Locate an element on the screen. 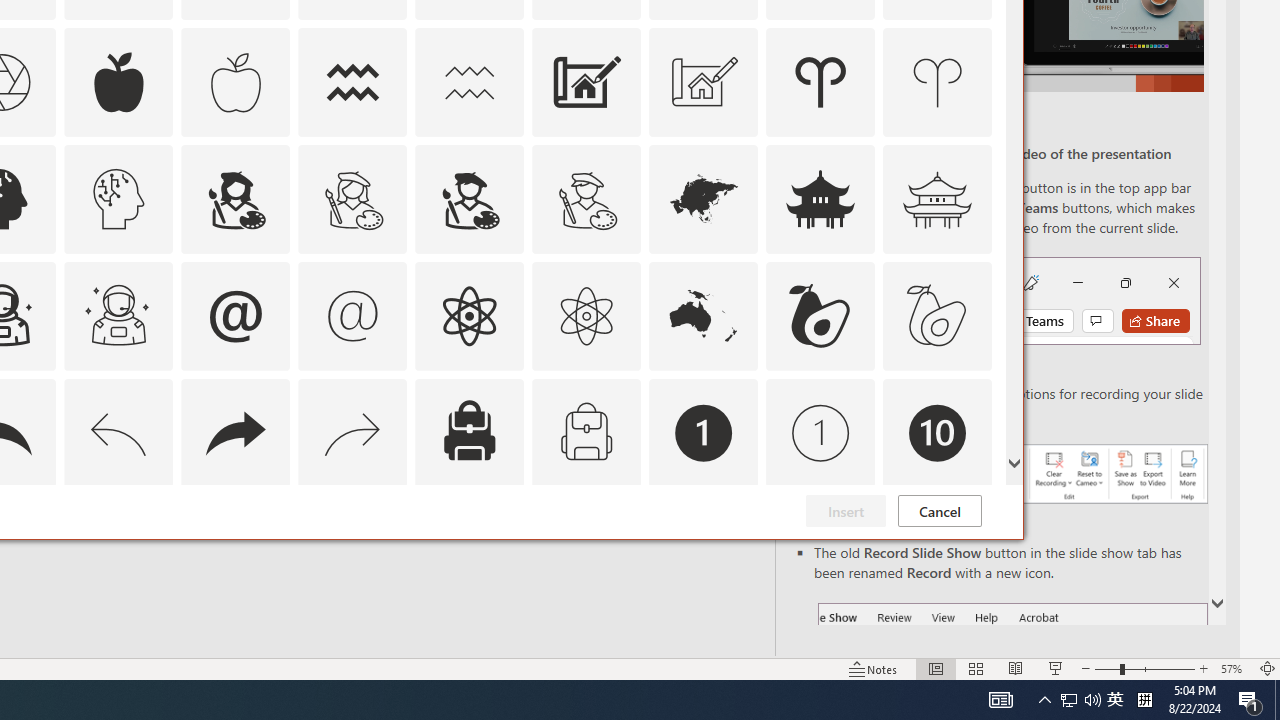 The height and width of the screenshot is (720, 1280). 'AutomationID: Icons_Badge10' is located at coordinates (937, 431).